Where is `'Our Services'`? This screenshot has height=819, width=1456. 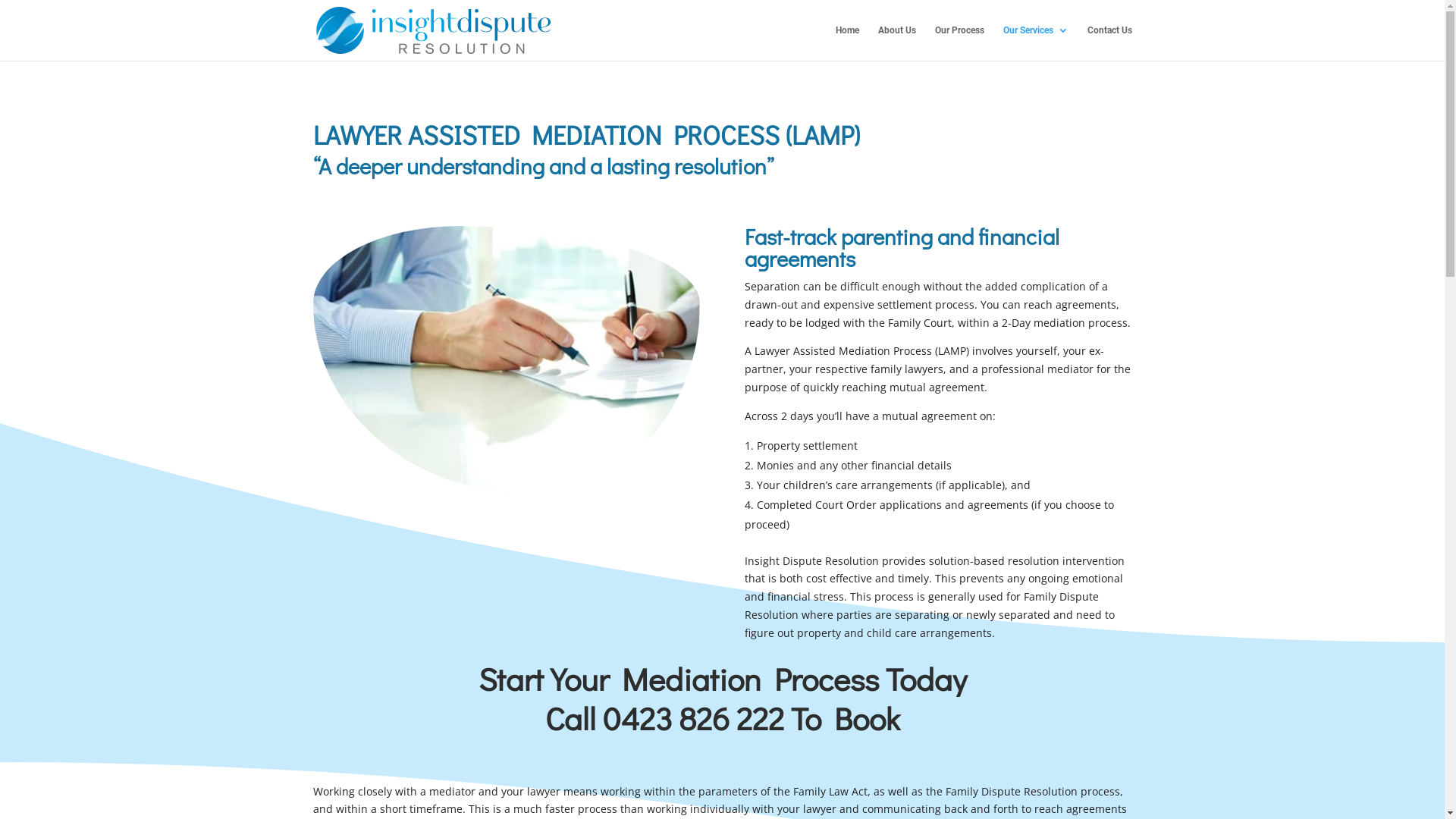 'Our Services' is located at coordinates (1034, 42).